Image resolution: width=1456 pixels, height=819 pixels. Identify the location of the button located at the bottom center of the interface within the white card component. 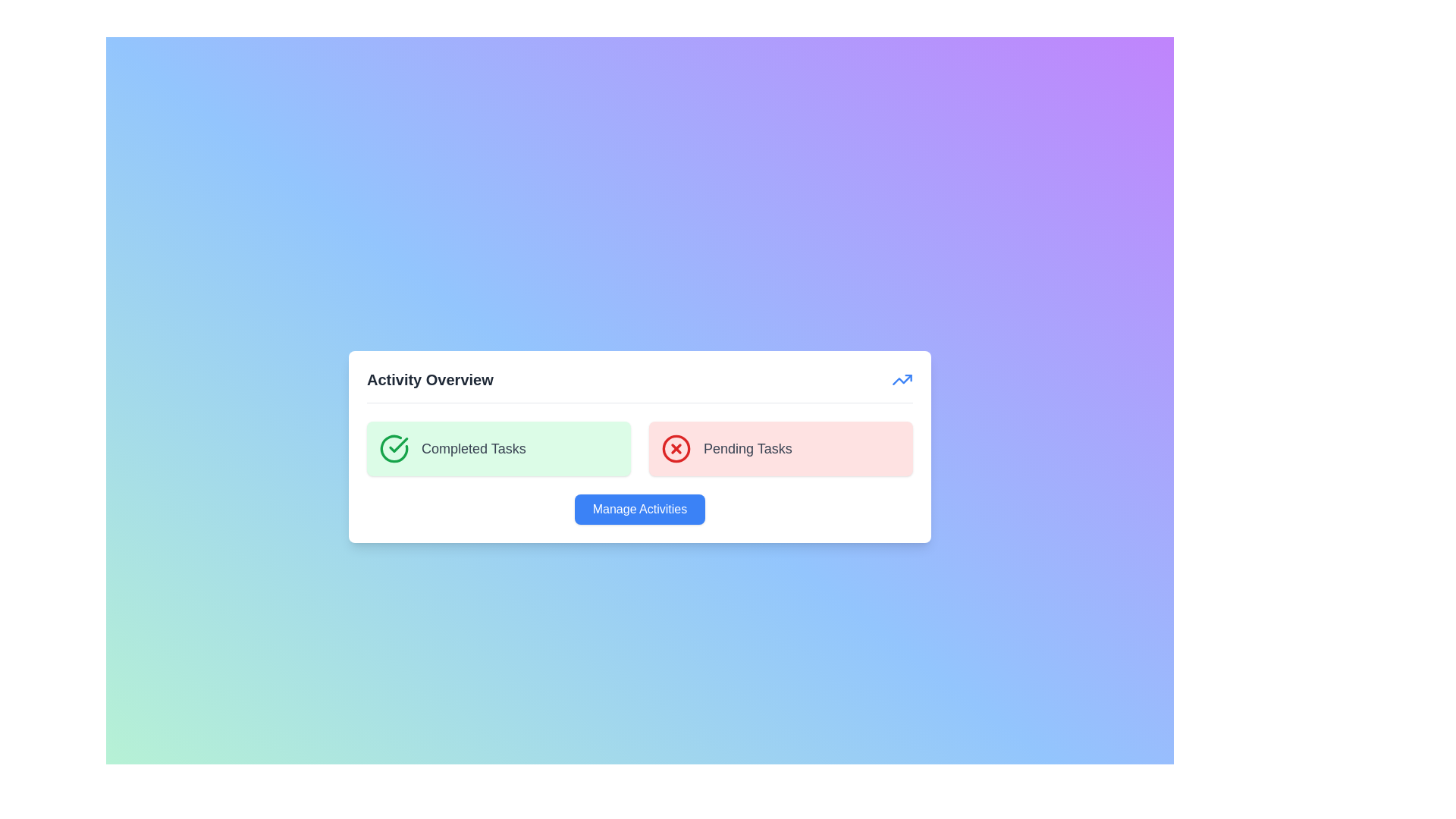
(640, 509).